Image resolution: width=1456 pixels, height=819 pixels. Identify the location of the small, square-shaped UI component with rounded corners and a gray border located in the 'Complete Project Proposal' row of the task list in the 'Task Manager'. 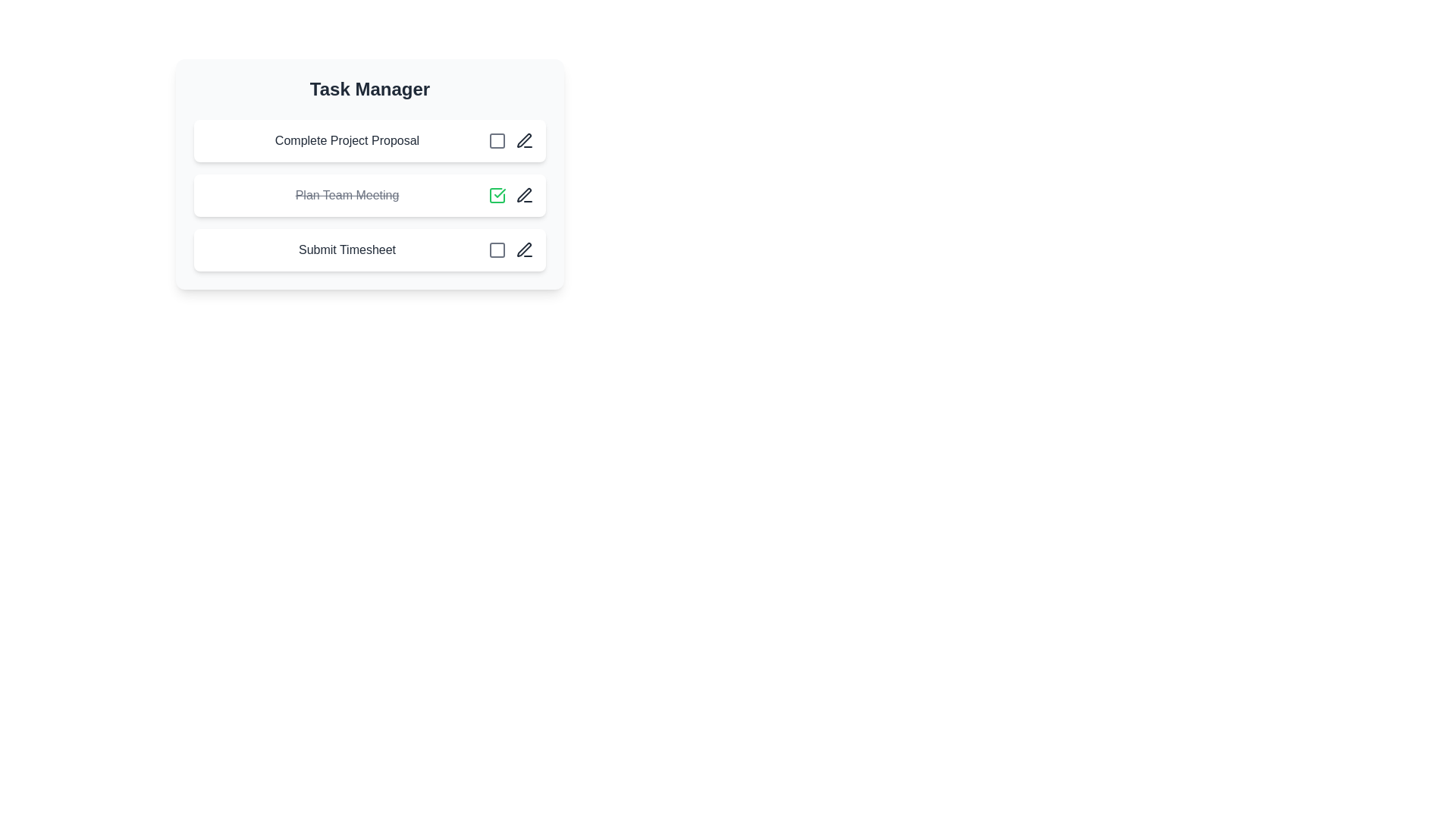
(497, 140).